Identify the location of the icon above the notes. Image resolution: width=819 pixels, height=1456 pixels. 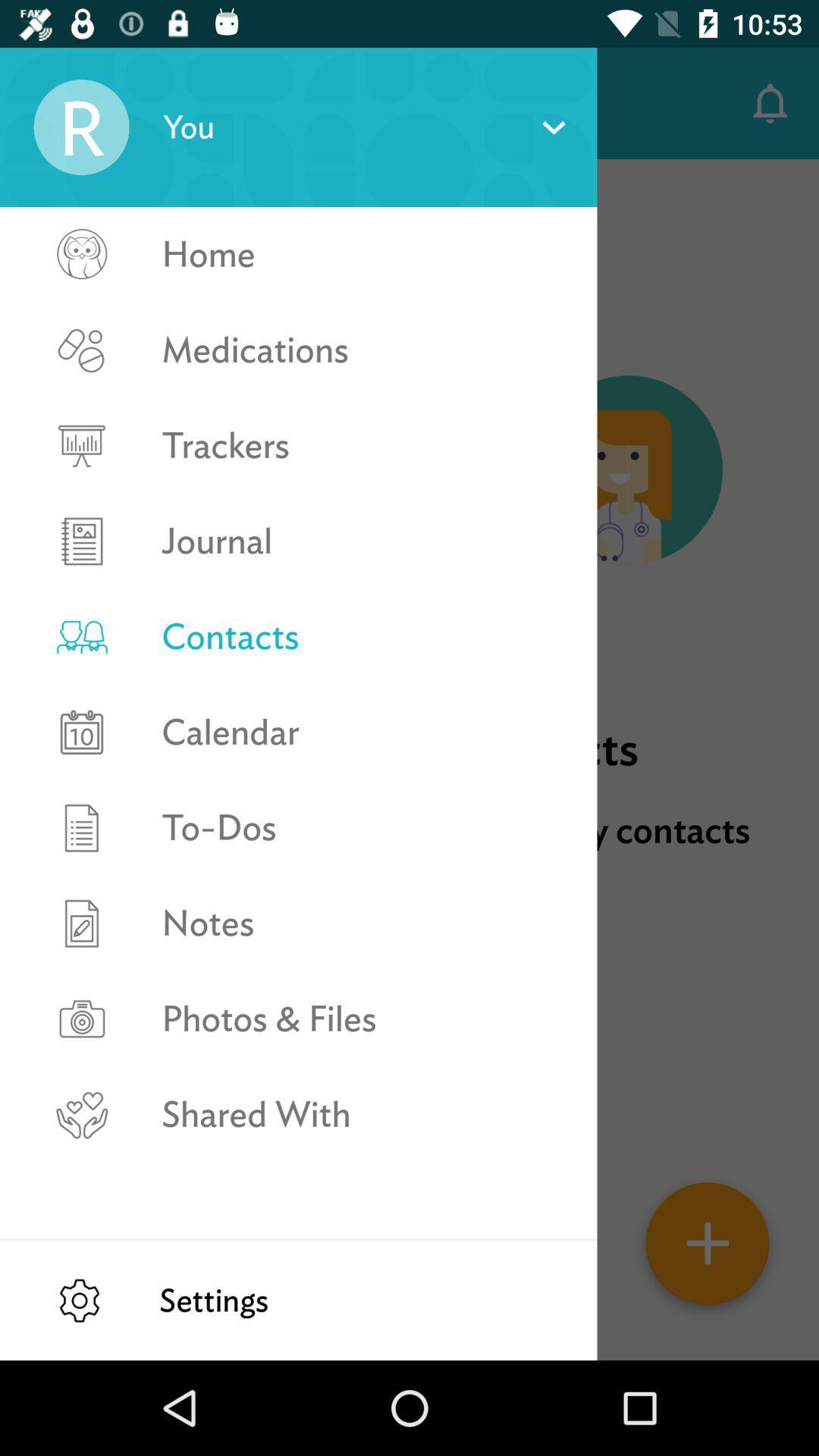
(363, 827).